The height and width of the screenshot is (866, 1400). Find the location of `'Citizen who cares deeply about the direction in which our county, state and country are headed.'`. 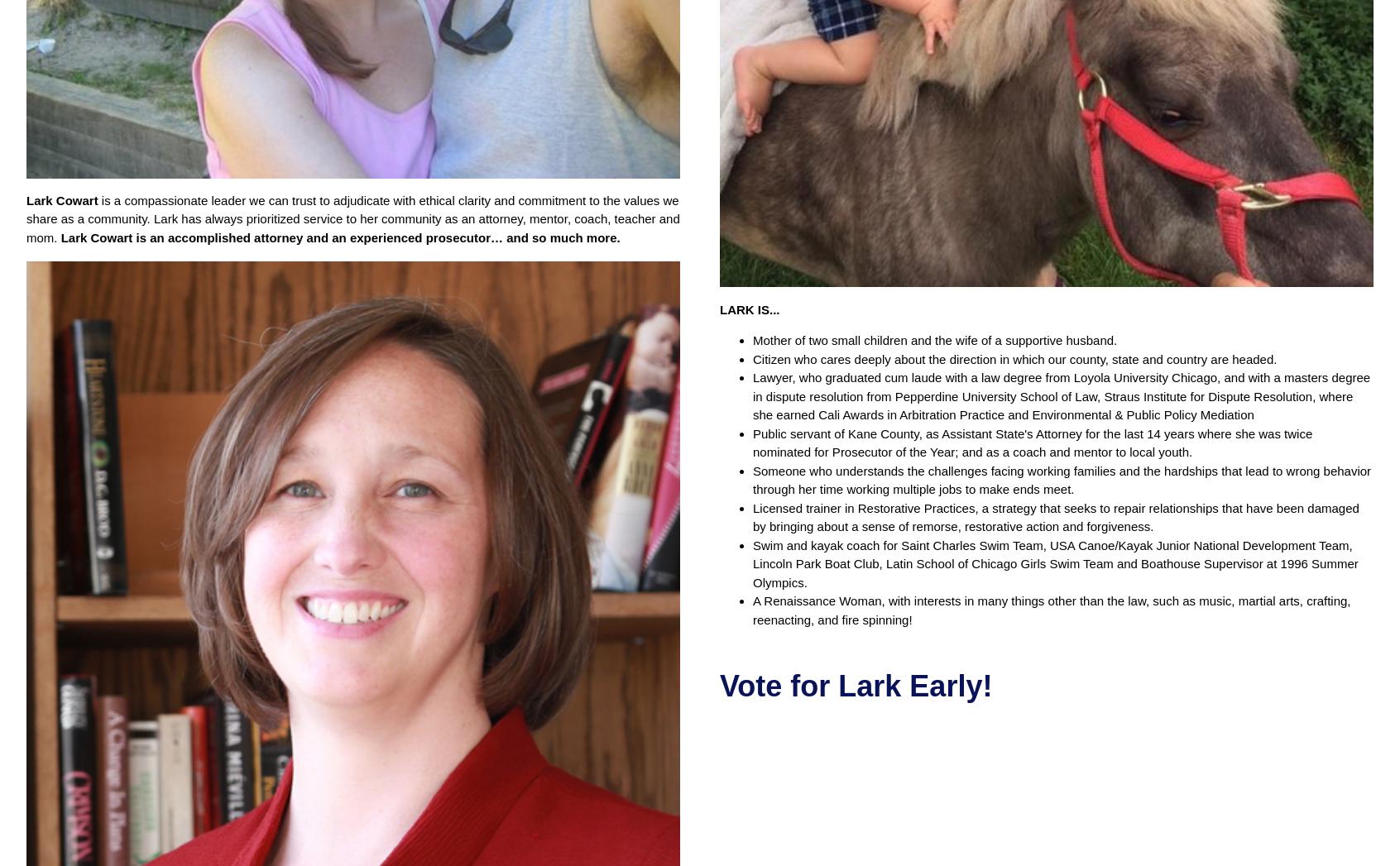

'Citizen who cares deeply about the direction in which our county, state and country are headed.' is located at coordinates (1014, 358).